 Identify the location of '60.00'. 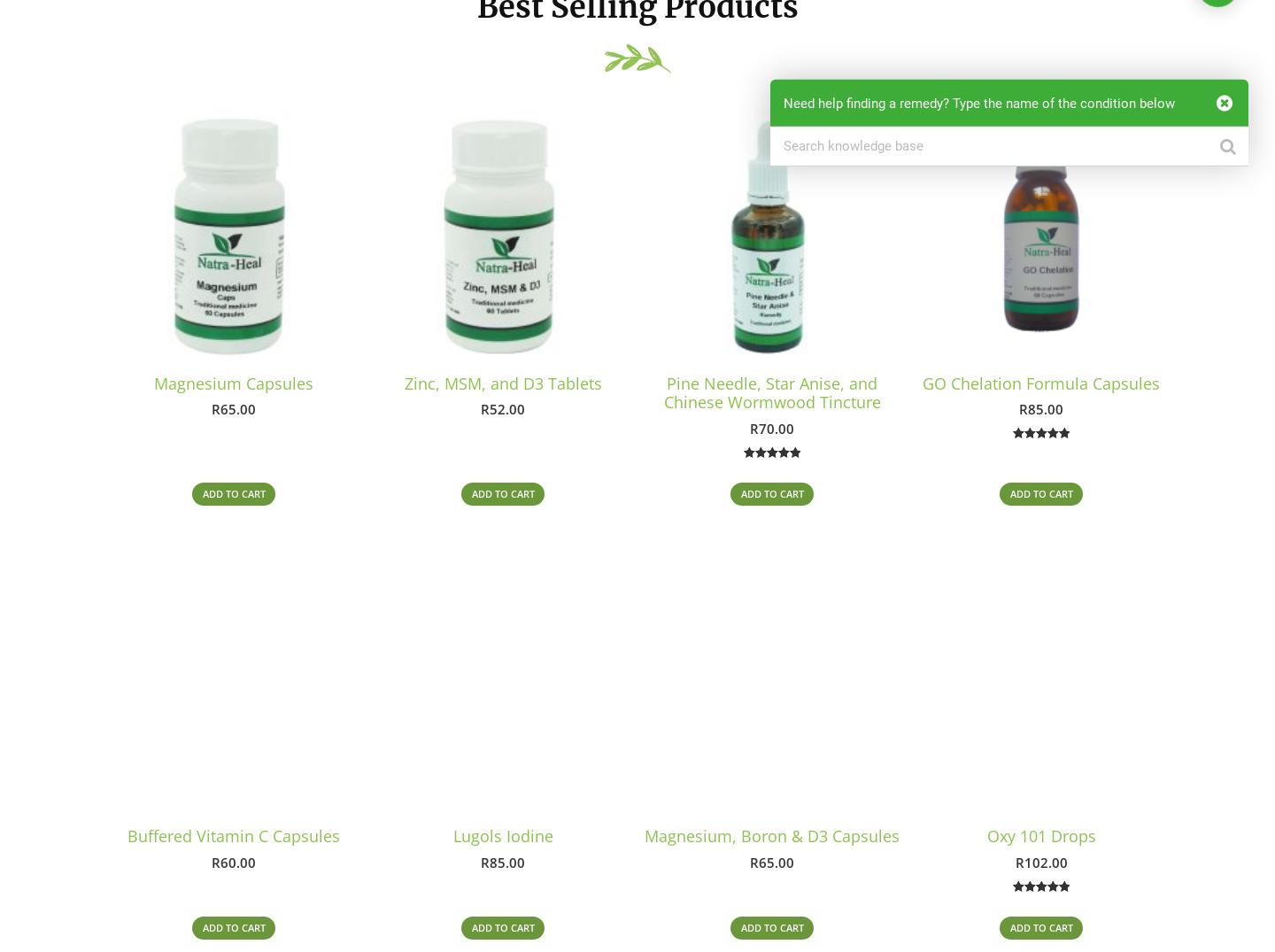
(236, 863).